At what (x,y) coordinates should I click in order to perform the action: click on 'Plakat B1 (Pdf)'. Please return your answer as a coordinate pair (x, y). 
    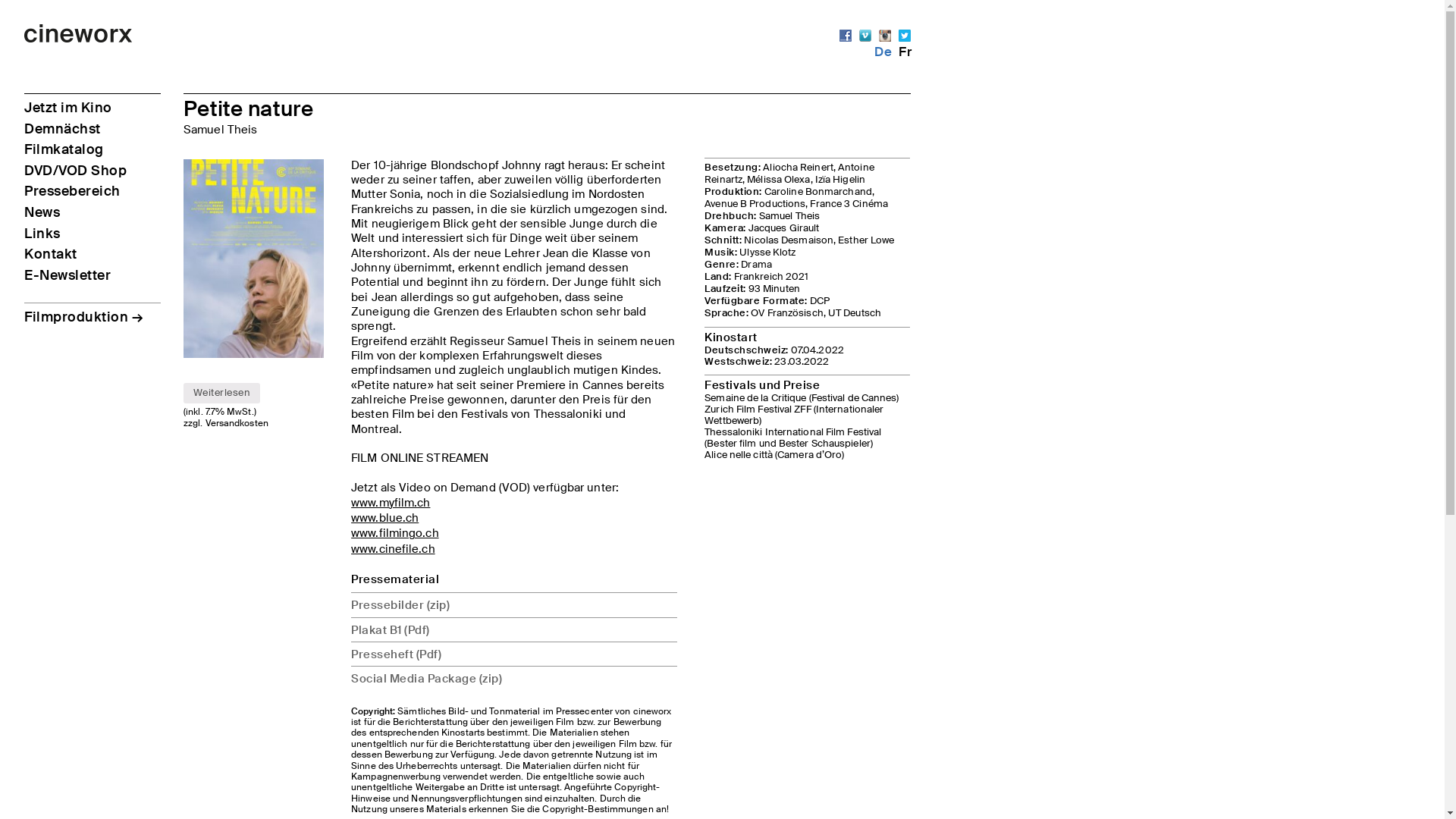
    Looking at the image, I should click on (513, 629).